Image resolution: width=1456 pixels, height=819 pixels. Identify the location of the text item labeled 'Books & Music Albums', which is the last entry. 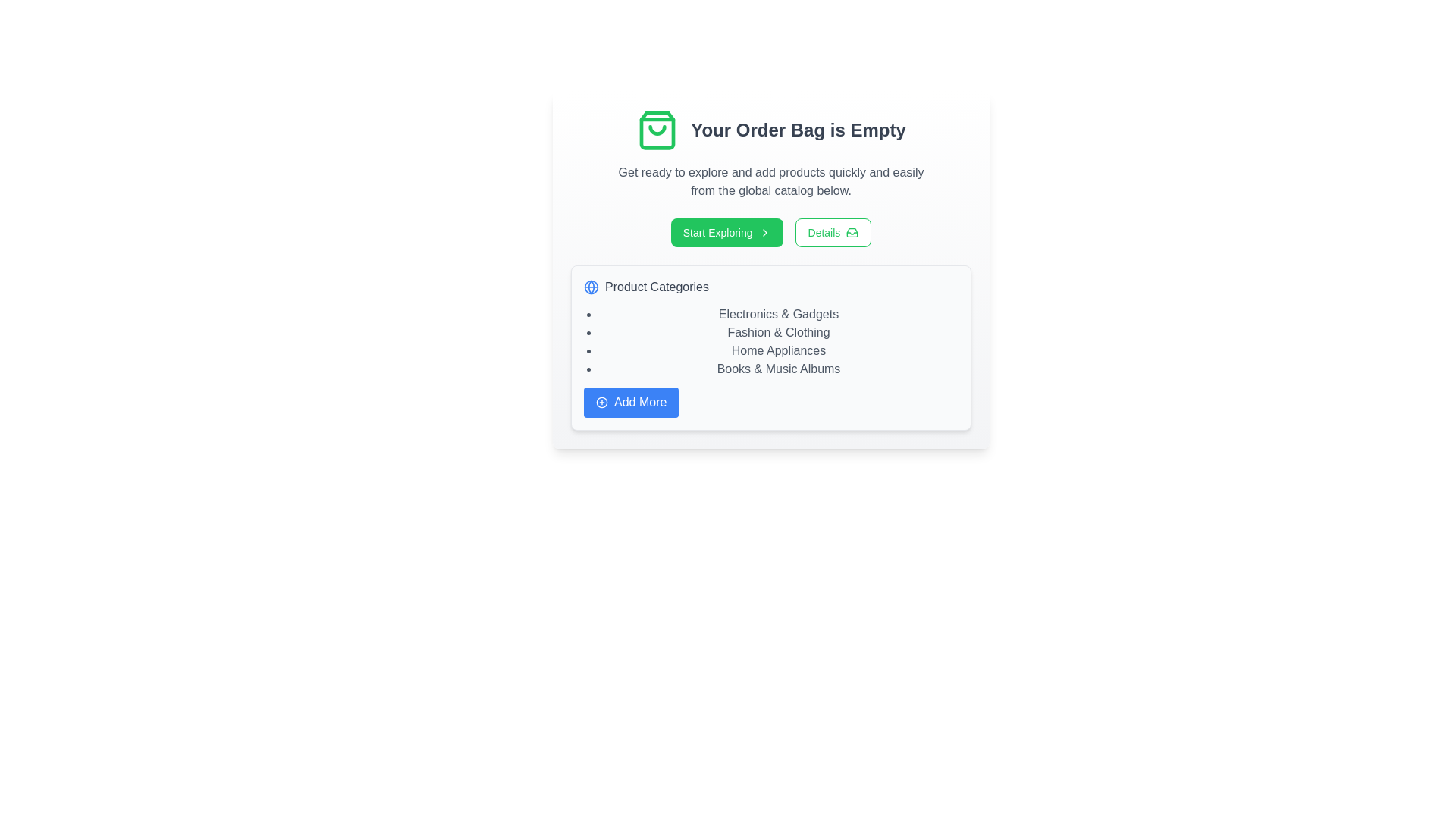
(779, 369).